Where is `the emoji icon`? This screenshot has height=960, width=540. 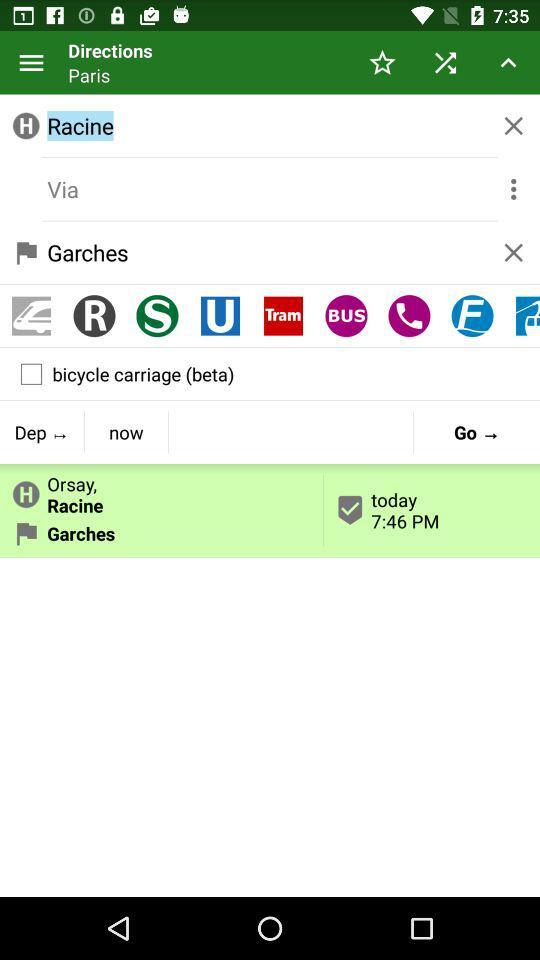 the emoji icon is located at coordinates (345, 338).